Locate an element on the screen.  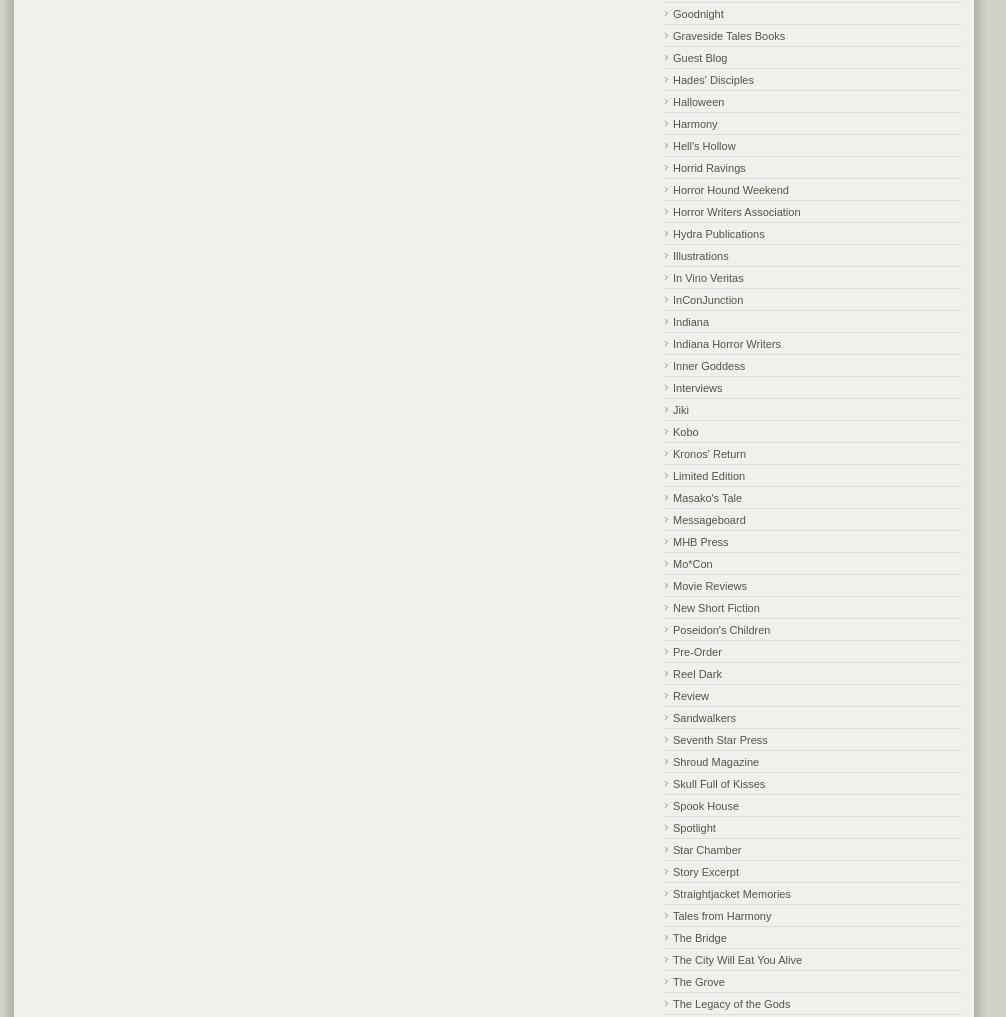
'Masako's Tale' is located at coordinates (707, 496).